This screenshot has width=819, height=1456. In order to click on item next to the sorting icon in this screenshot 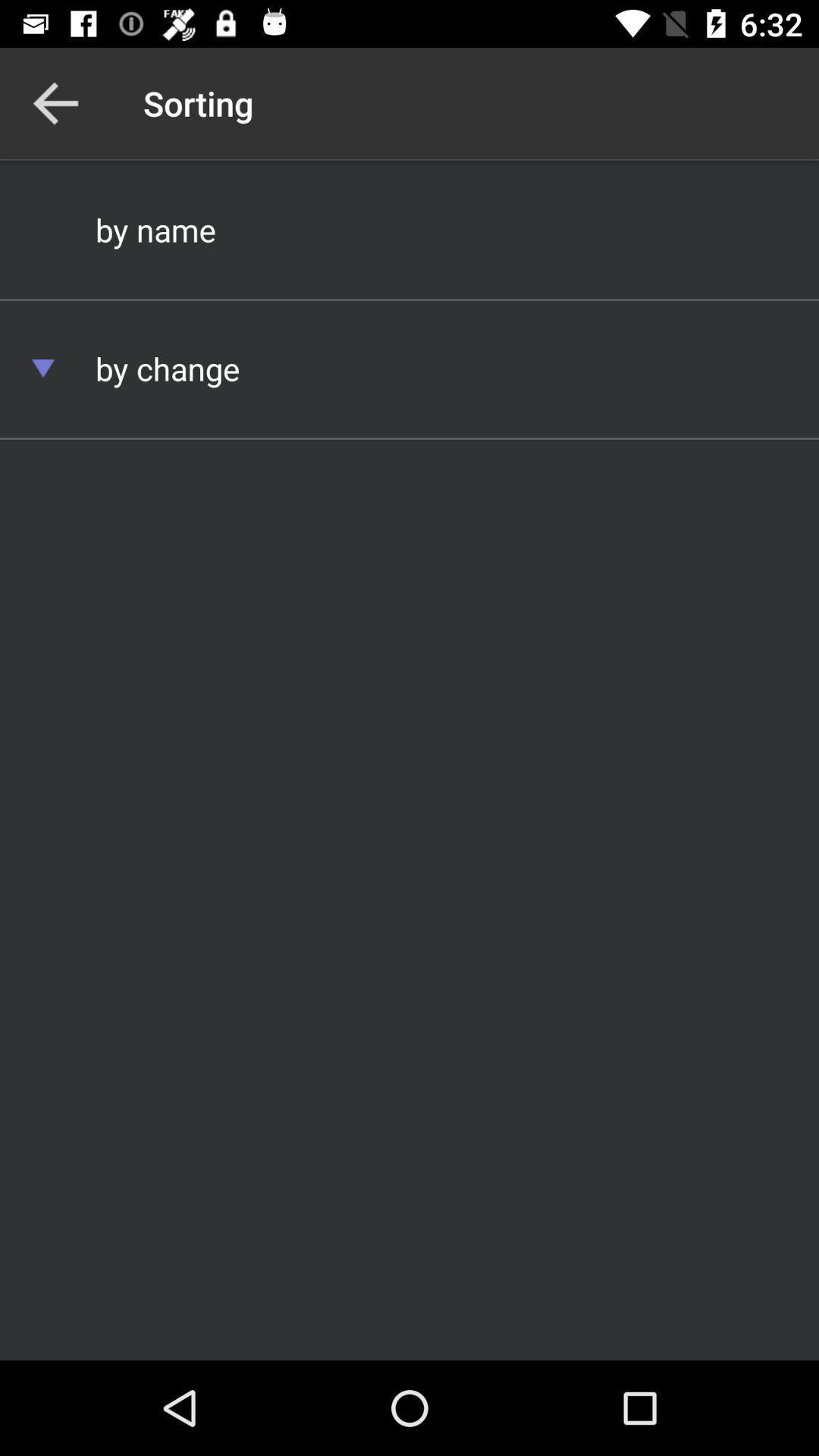, I will do `click(55, 102)`.